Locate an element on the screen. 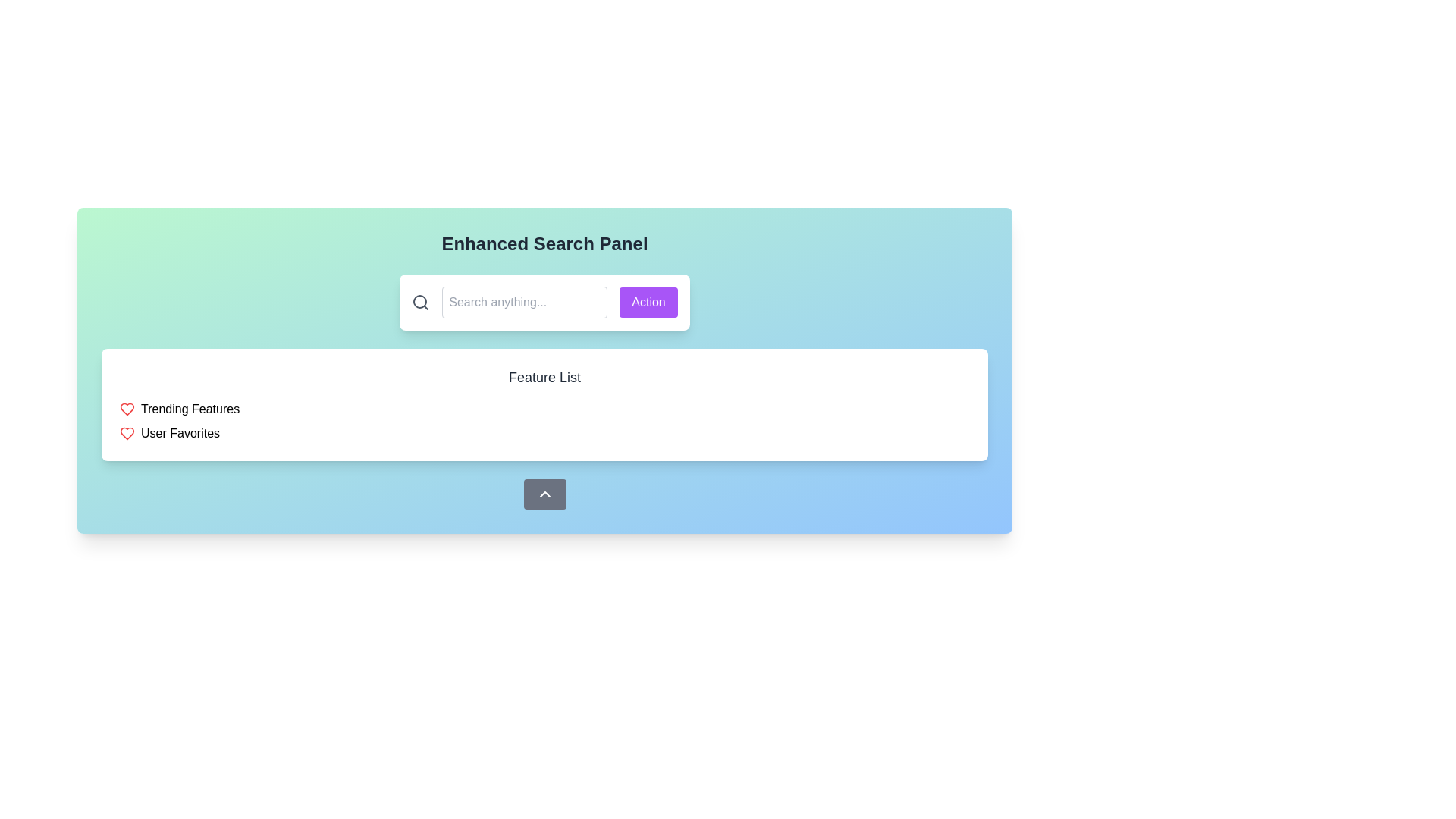 This screenshot has height=819, width=1456. the text input box that allows users to input text for searching, located between a magnifying glass icon and a purple 'Action' button is located at coordinates (525, 302).